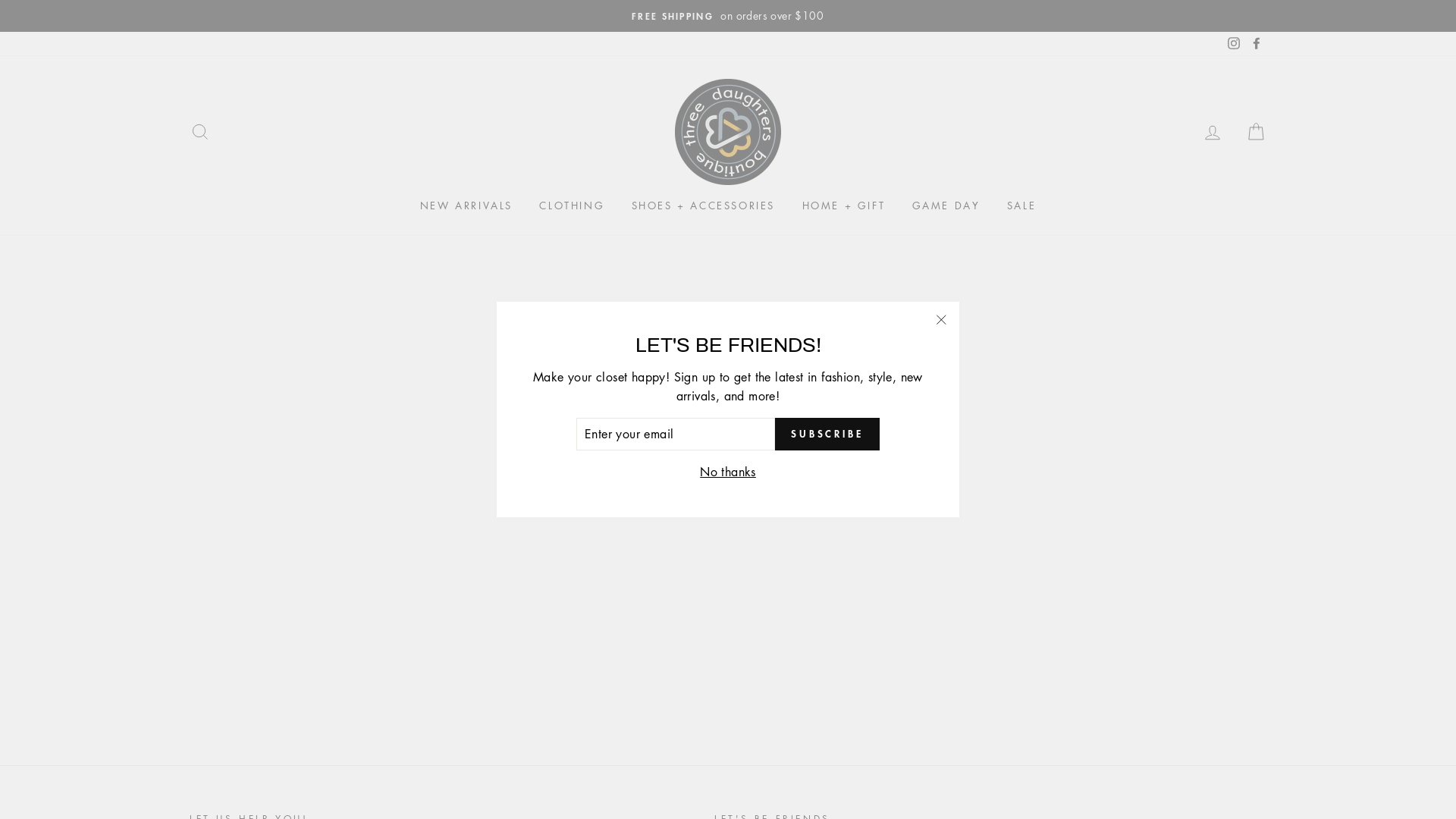 This screenshot has height=819, width=1456. What do you see at coordinates (775, 435) in the screenshot?
I see `'SUBSCRIBE'` at bounding box center [775, 435].